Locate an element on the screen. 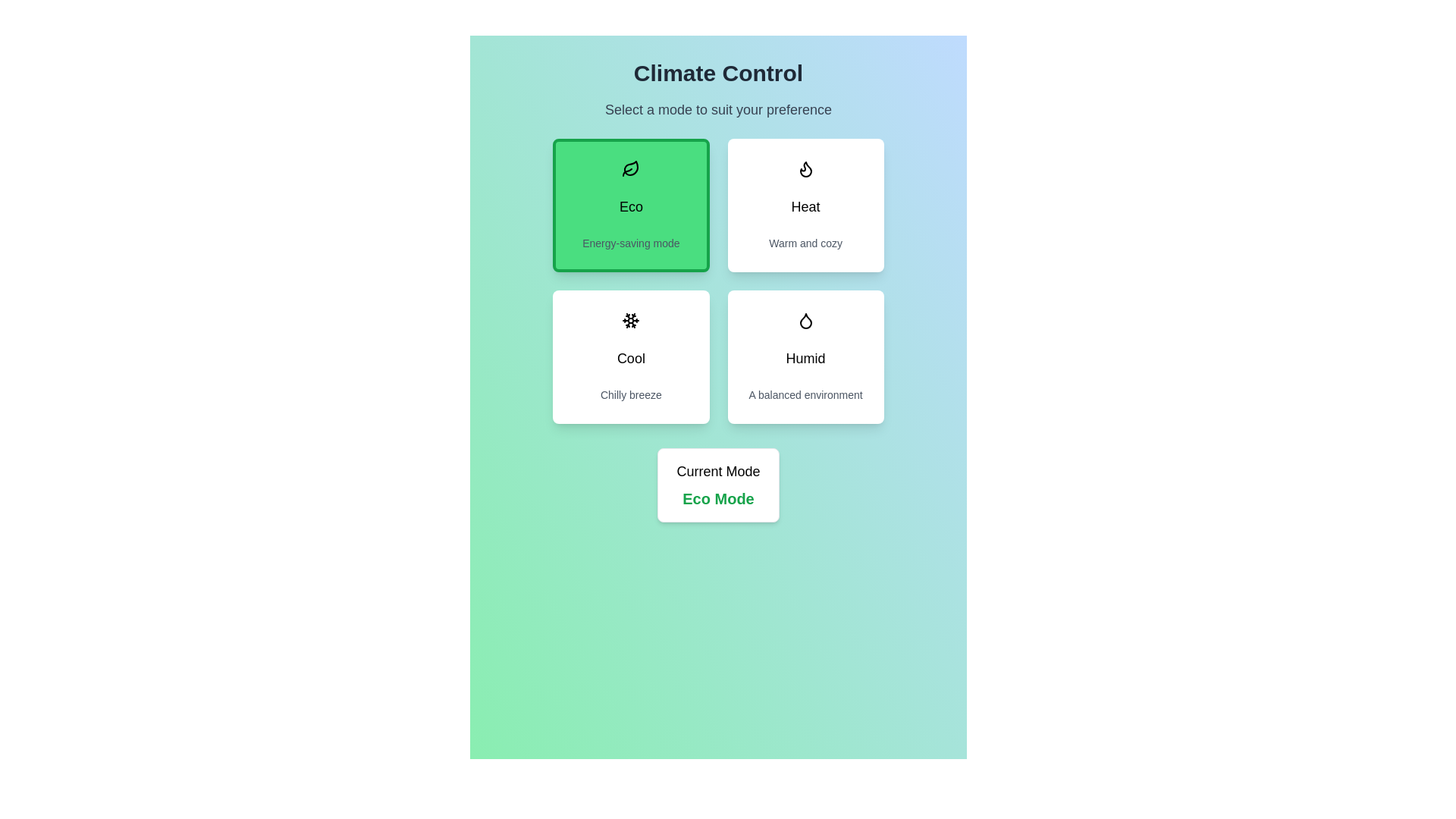  the mode Eco by clicking on the respective button is located at coordinates (630, 205).